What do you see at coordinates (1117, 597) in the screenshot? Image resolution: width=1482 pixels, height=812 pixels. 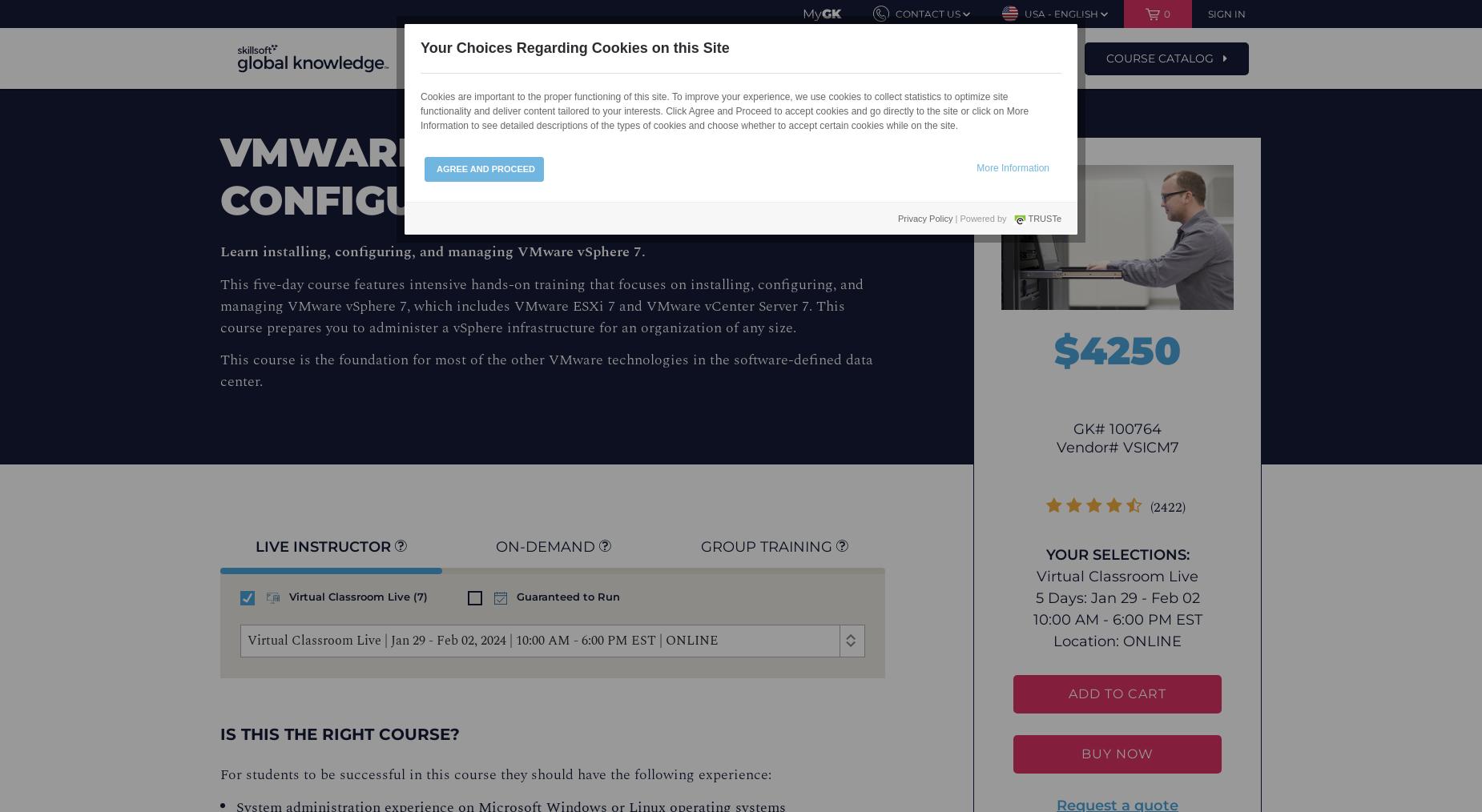 I see `'5 Days: Jan 29 - Feb 02'` at bounding box center [1117, 597].